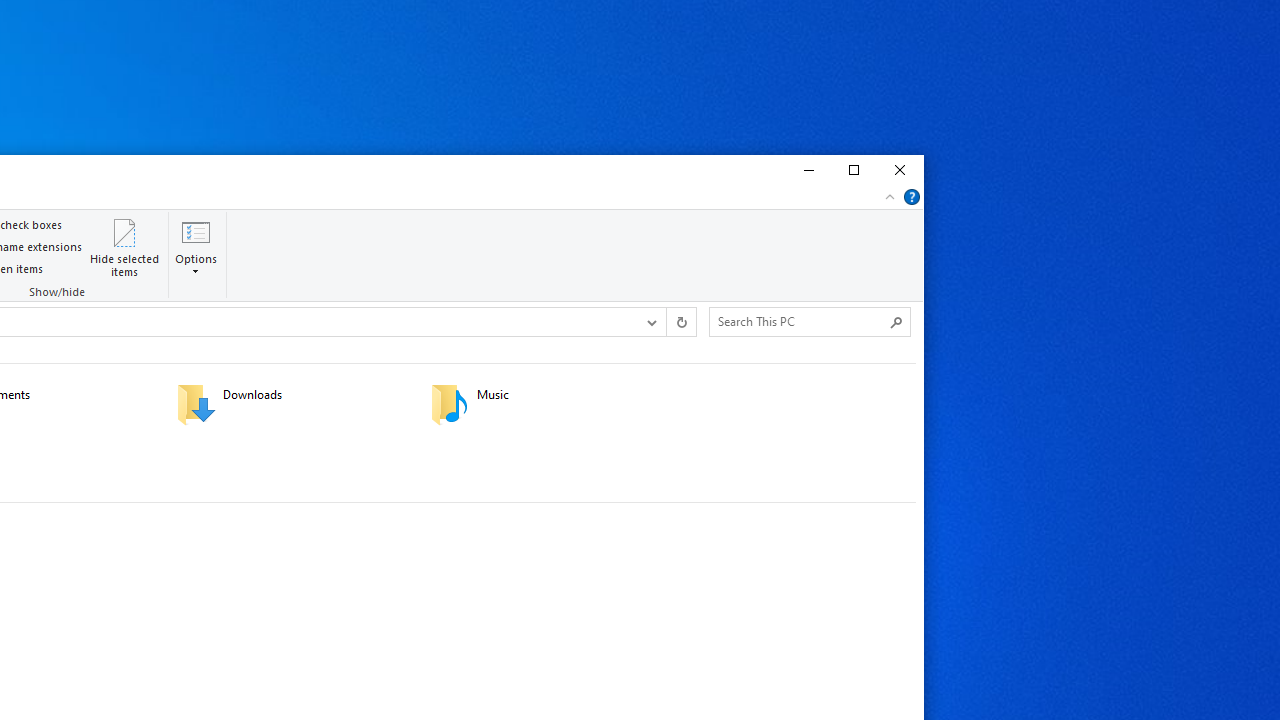 This screenshot has width=1280, height=720. What do you see at coordinates (853, 170) in the screenshot?
I see `'Maximize'` at bounding box center [853, 170].